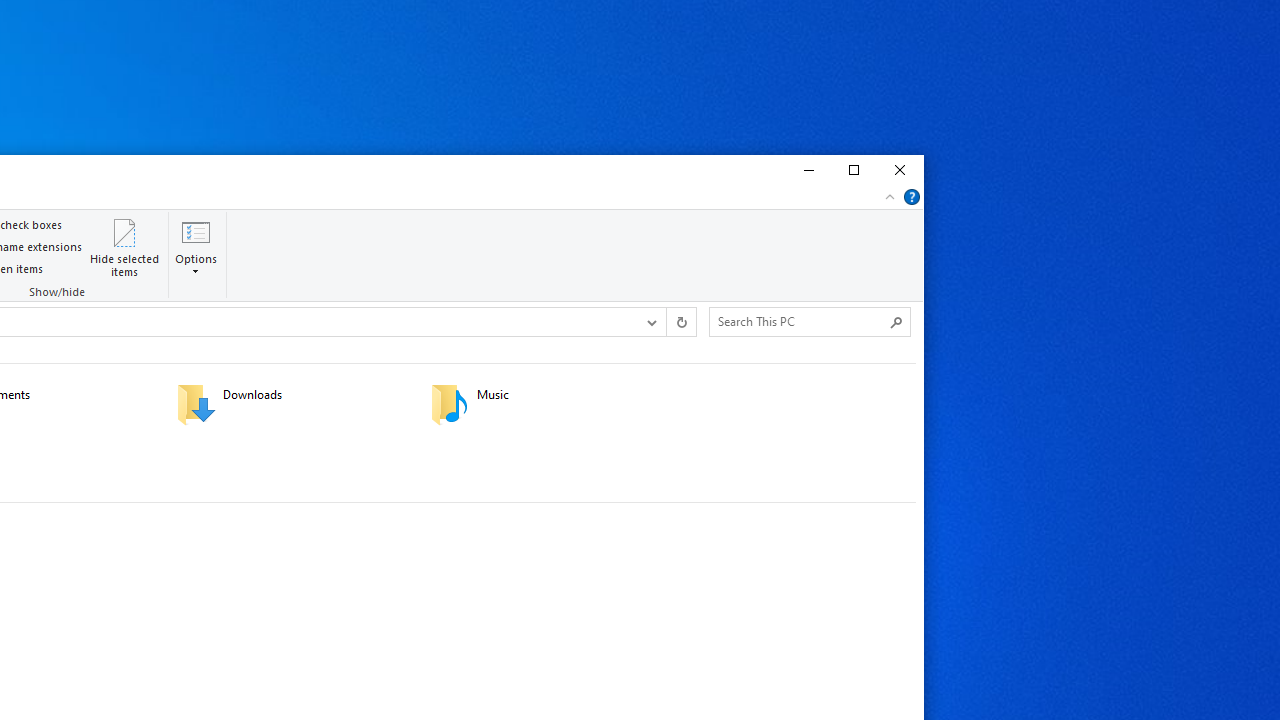 This screenshot has width=1280, height=720. What do you see at coordinates (853, 170) in the screenshot?
I see `'Maximize'` at bounding box center [853, 170].